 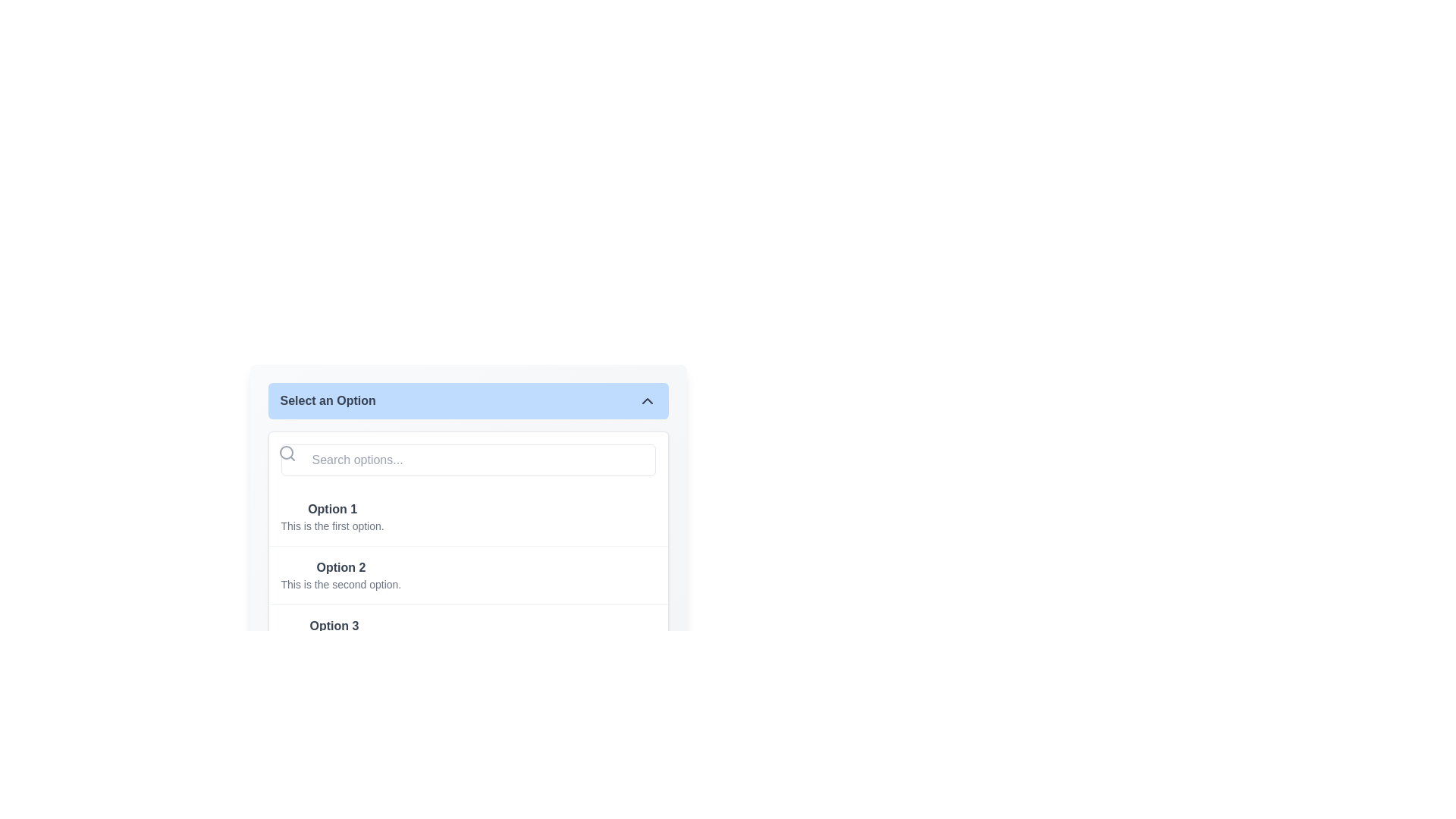 What do you see at coordinates (340, 567) in the screenshot?
I see `the static text that serves as the label for the second option in a selectable list, located between 'Option 1' and 'Option 3'` at bounding box center [340, 567].